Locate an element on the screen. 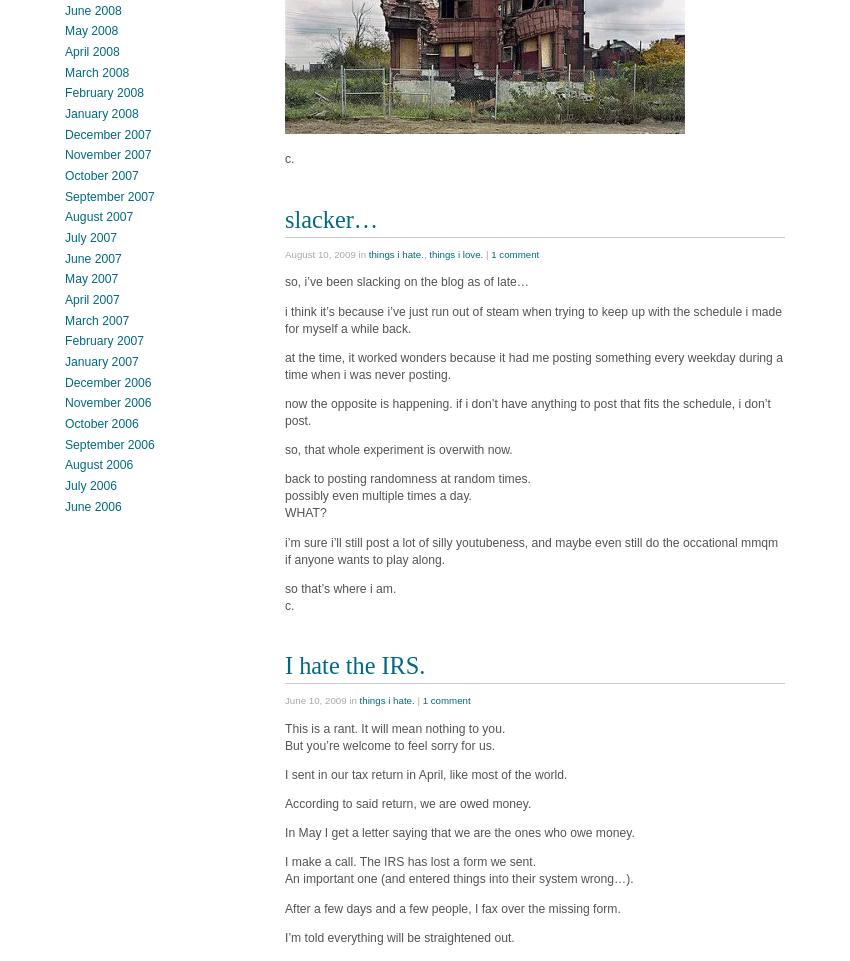 The image size is (850, 961). 'February 2008' is located at coordinates (103, 93).